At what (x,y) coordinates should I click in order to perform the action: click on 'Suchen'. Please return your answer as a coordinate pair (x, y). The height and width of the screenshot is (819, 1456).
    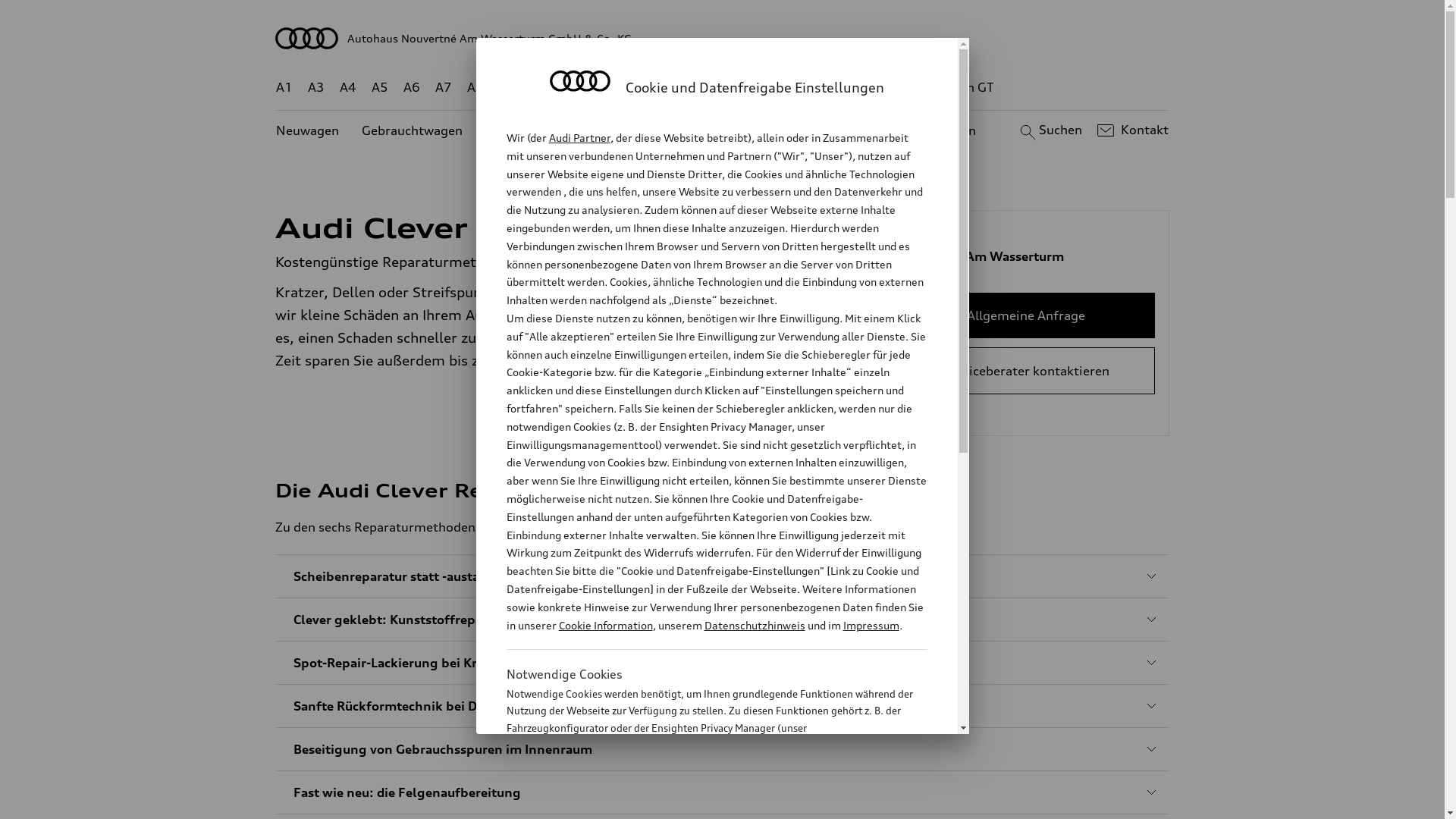
    Looking at the image, I should click on (1048, 130).